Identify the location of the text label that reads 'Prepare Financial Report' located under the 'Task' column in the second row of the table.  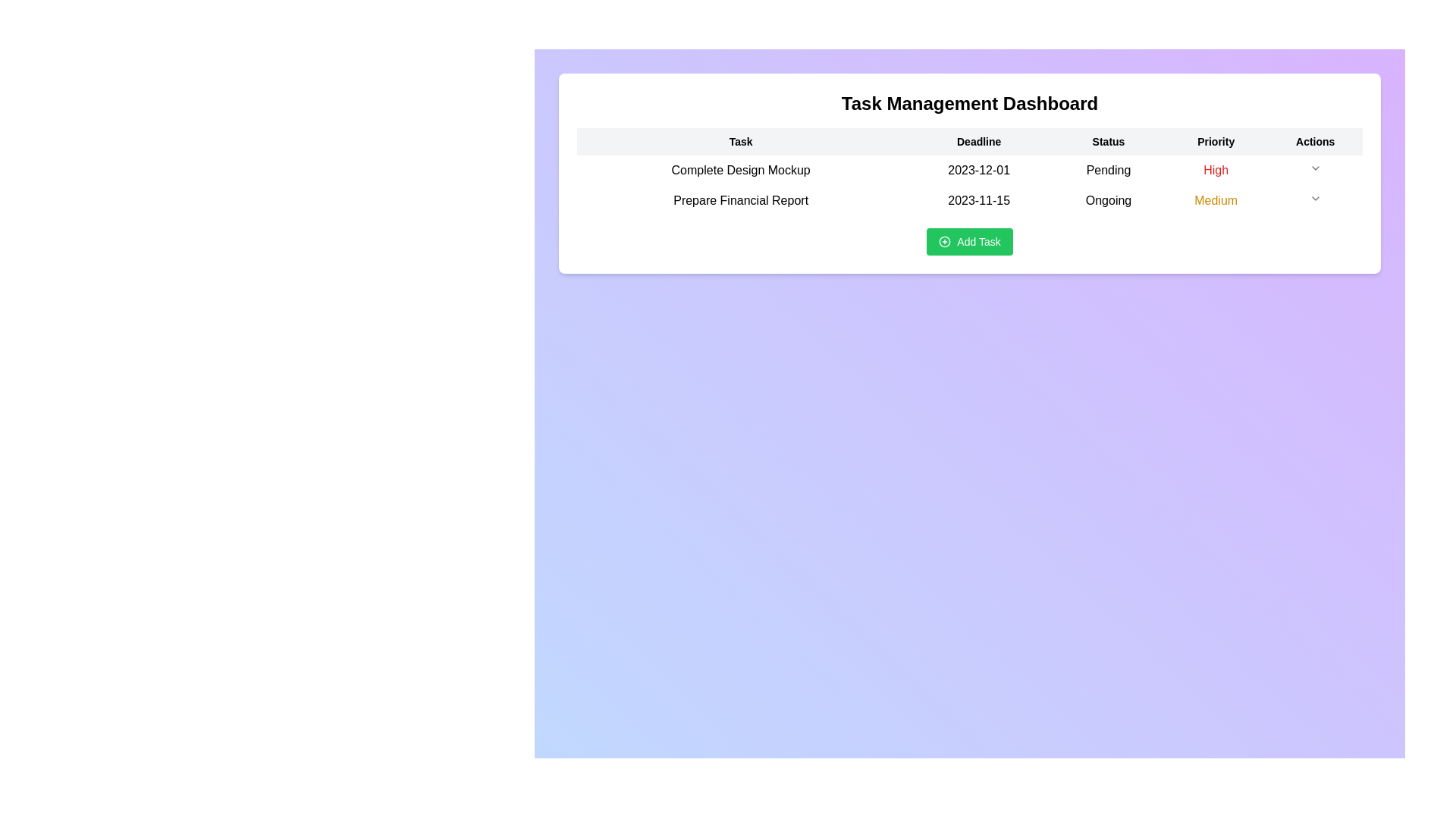
(741, 200).